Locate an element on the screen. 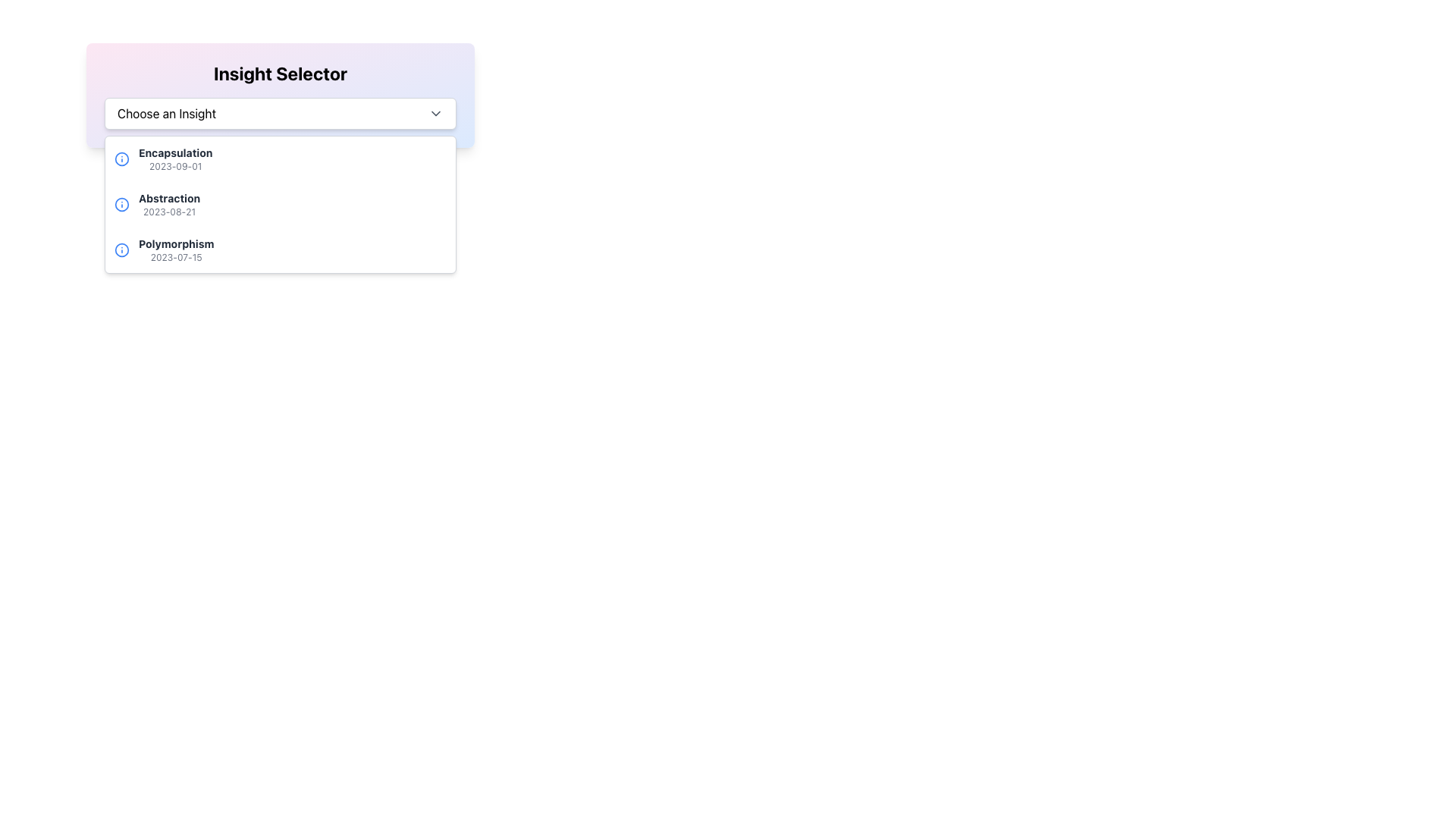 This screenshot has height=819, width=1456. the icon component located in the second row of the dropdown menu next to the title 'Abstraction' is located at coordinates (122, 205).